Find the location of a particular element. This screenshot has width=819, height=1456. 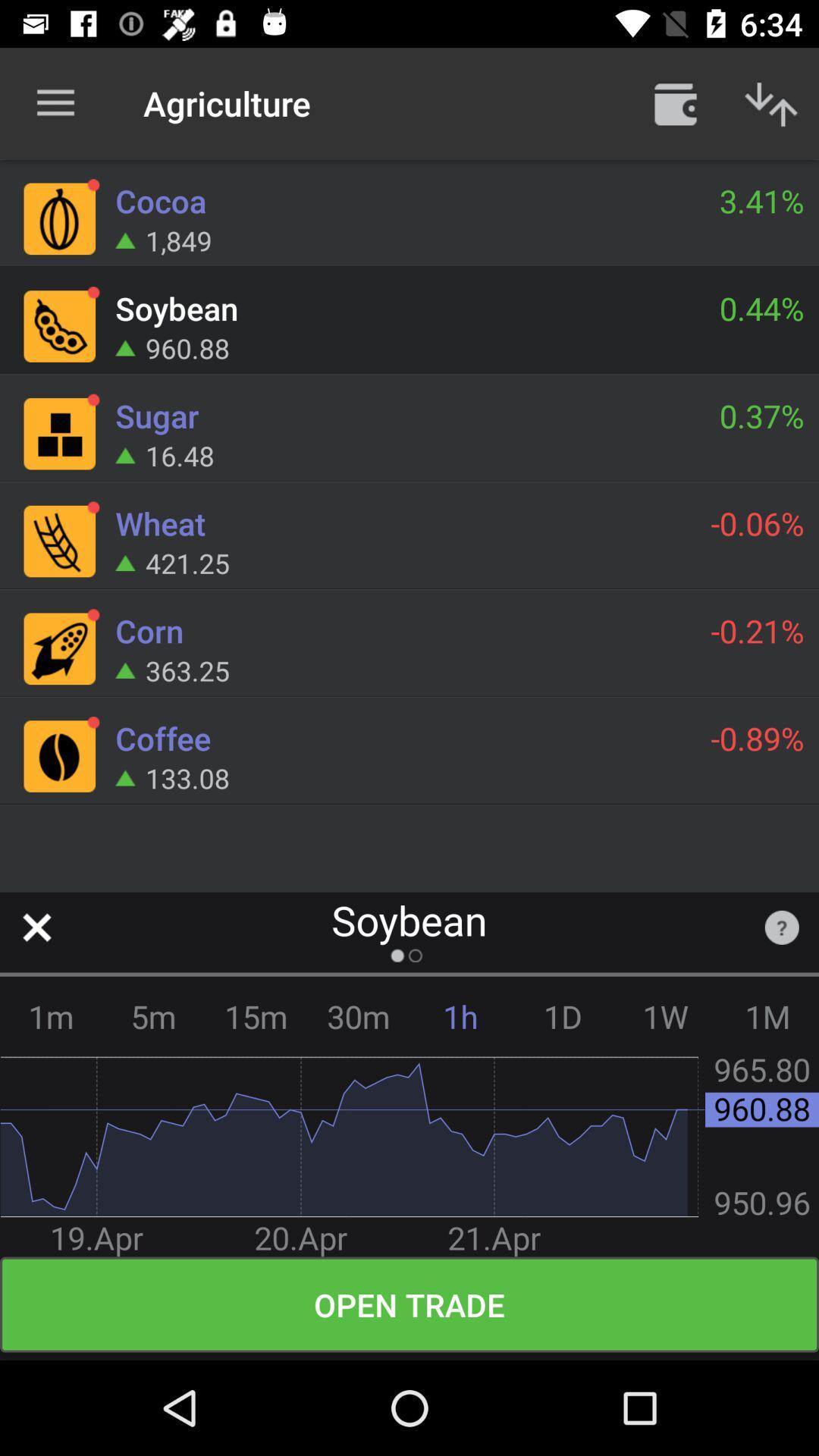

the icon next to the 1h icon is located at coordinates (358, 1016).